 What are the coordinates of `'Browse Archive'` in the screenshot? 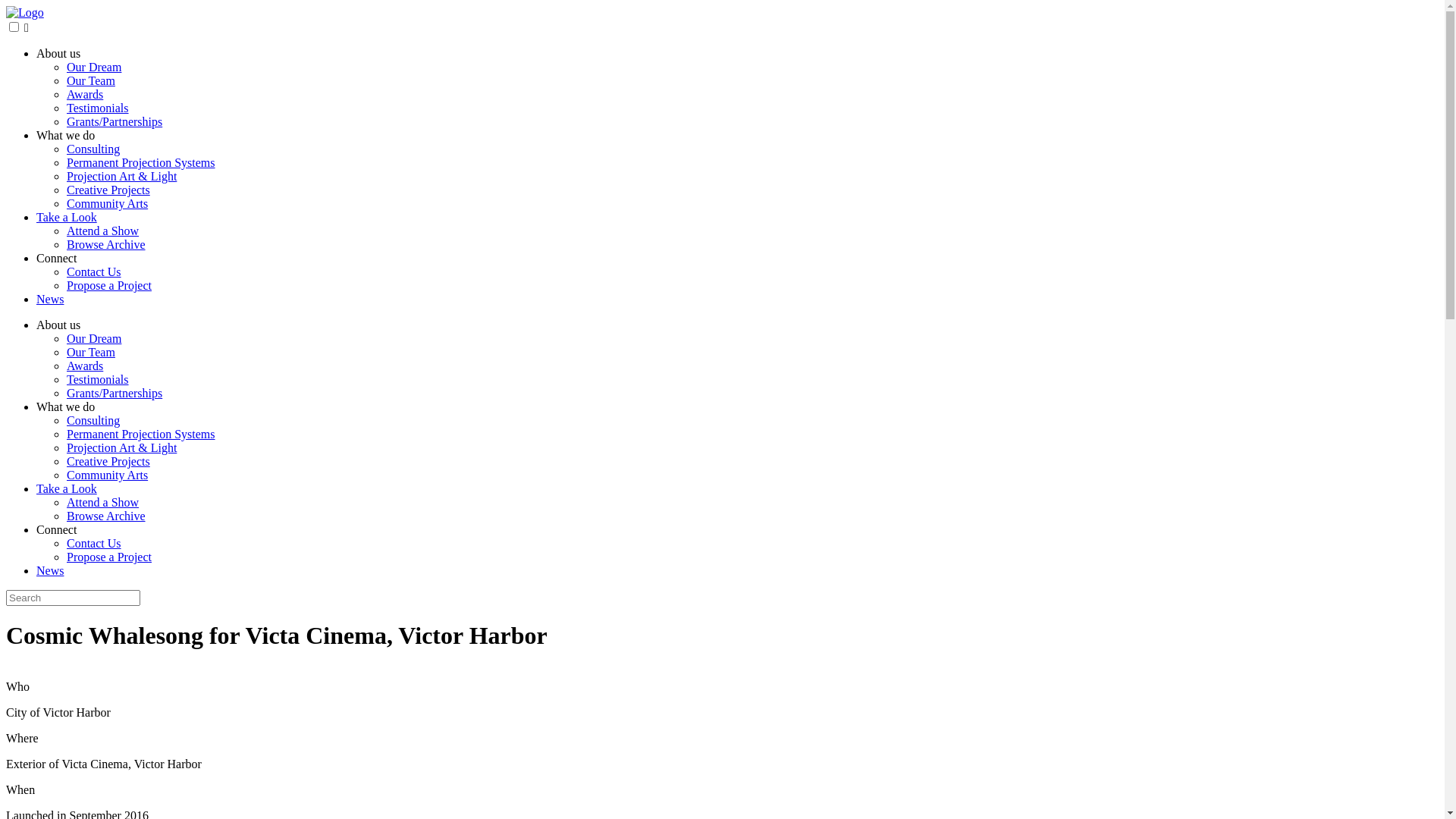 It's located at (105, 515).